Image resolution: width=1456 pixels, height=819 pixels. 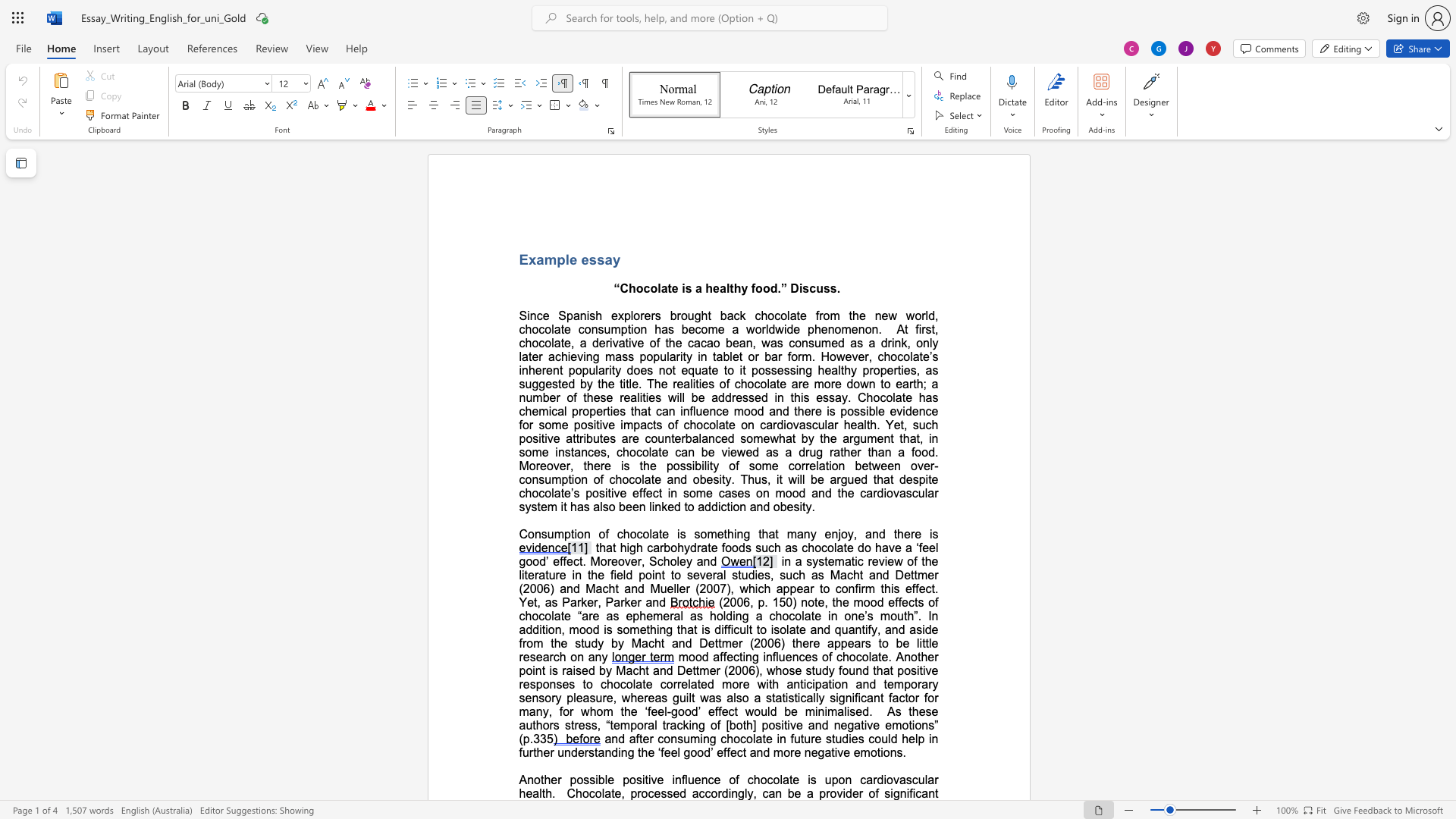 What do you see at coordinates (839, 548) in the screenshot?
I see `the 5th character "a" in the text` at bounding box center [839, 548].